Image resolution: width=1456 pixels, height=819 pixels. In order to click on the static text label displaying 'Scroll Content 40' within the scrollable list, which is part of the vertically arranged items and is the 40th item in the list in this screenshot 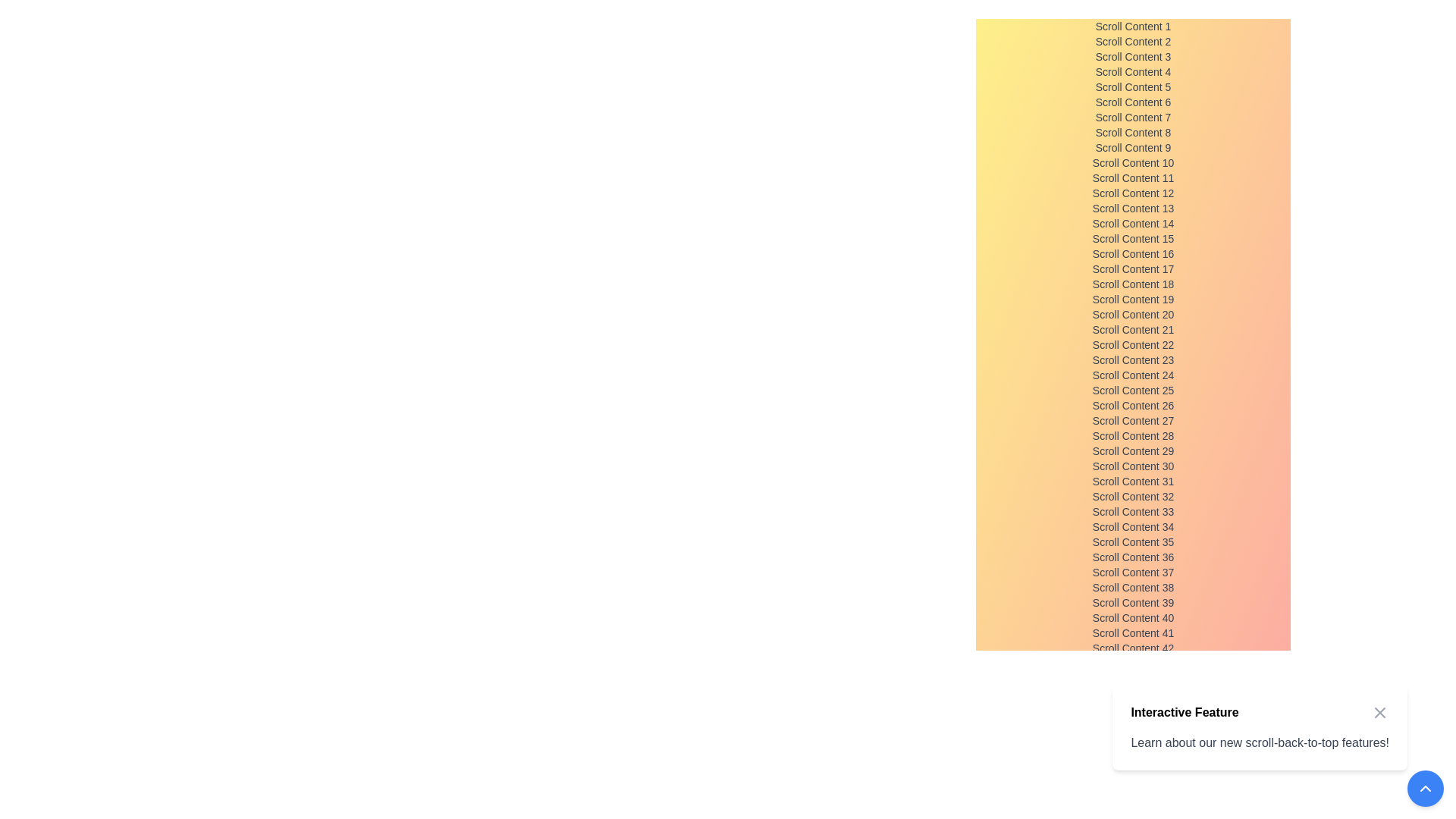, I will do `click(1133, 617)`.